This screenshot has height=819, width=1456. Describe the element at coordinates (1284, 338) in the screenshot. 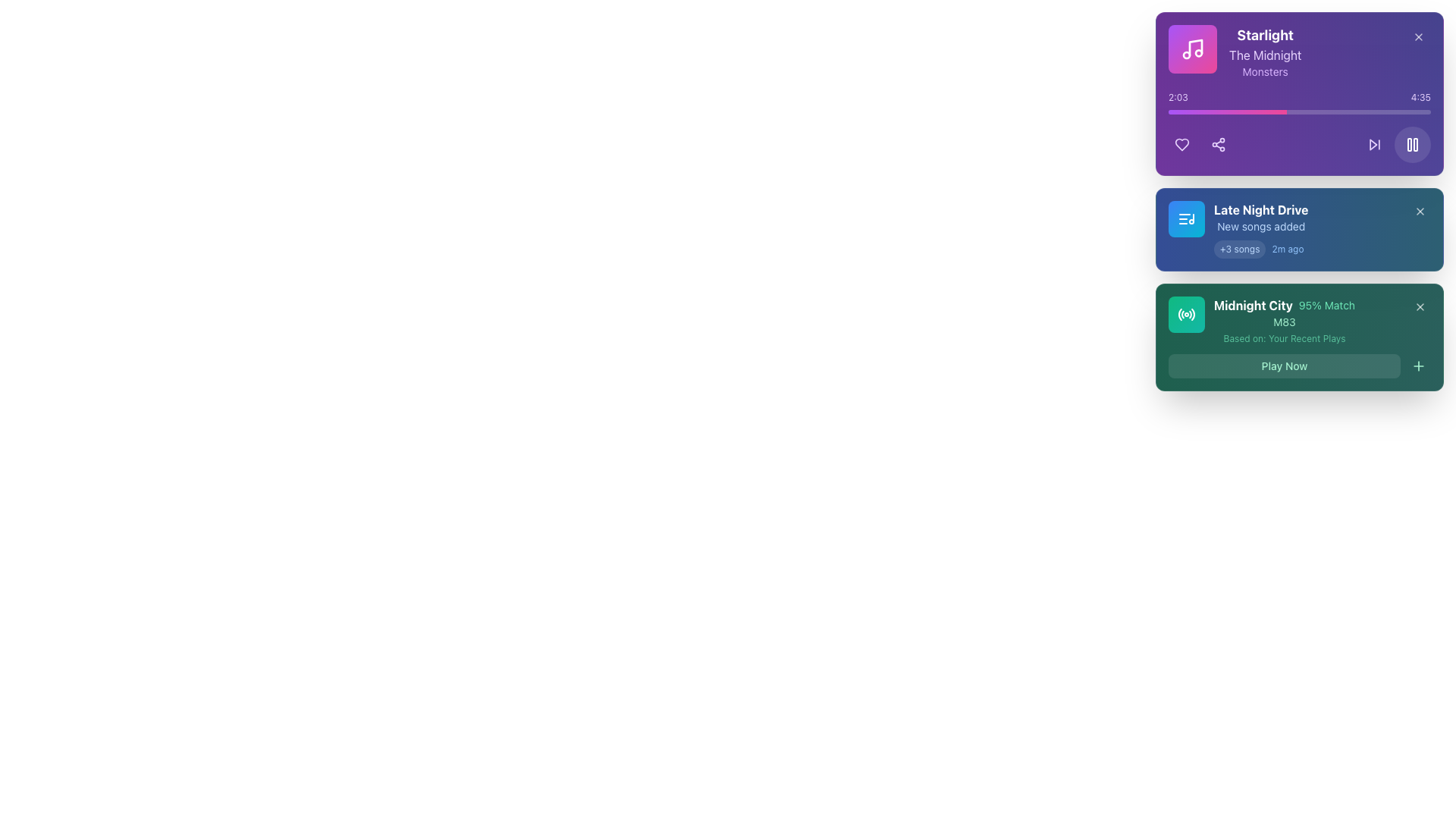

I see `the contextual information label located at the bottom of the green card labeled 'Midnight City', which is positioned beneath the text 'M83' and above the 'Play Now' button` at that location.